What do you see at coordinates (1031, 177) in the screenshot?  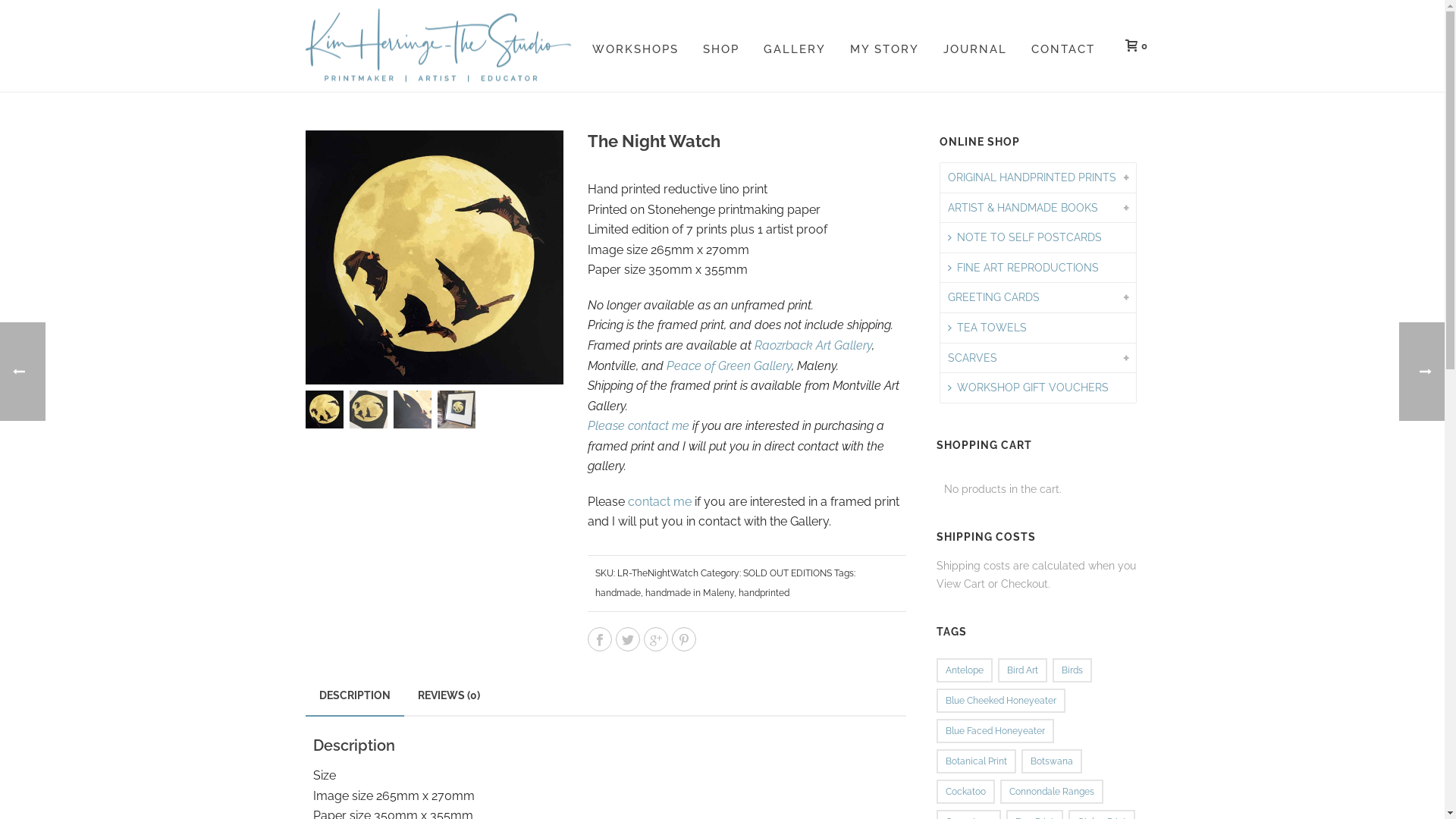 I see `'ORIGINAL HANDPRINTED PRINTS'` at bounding box center [1031, 177].